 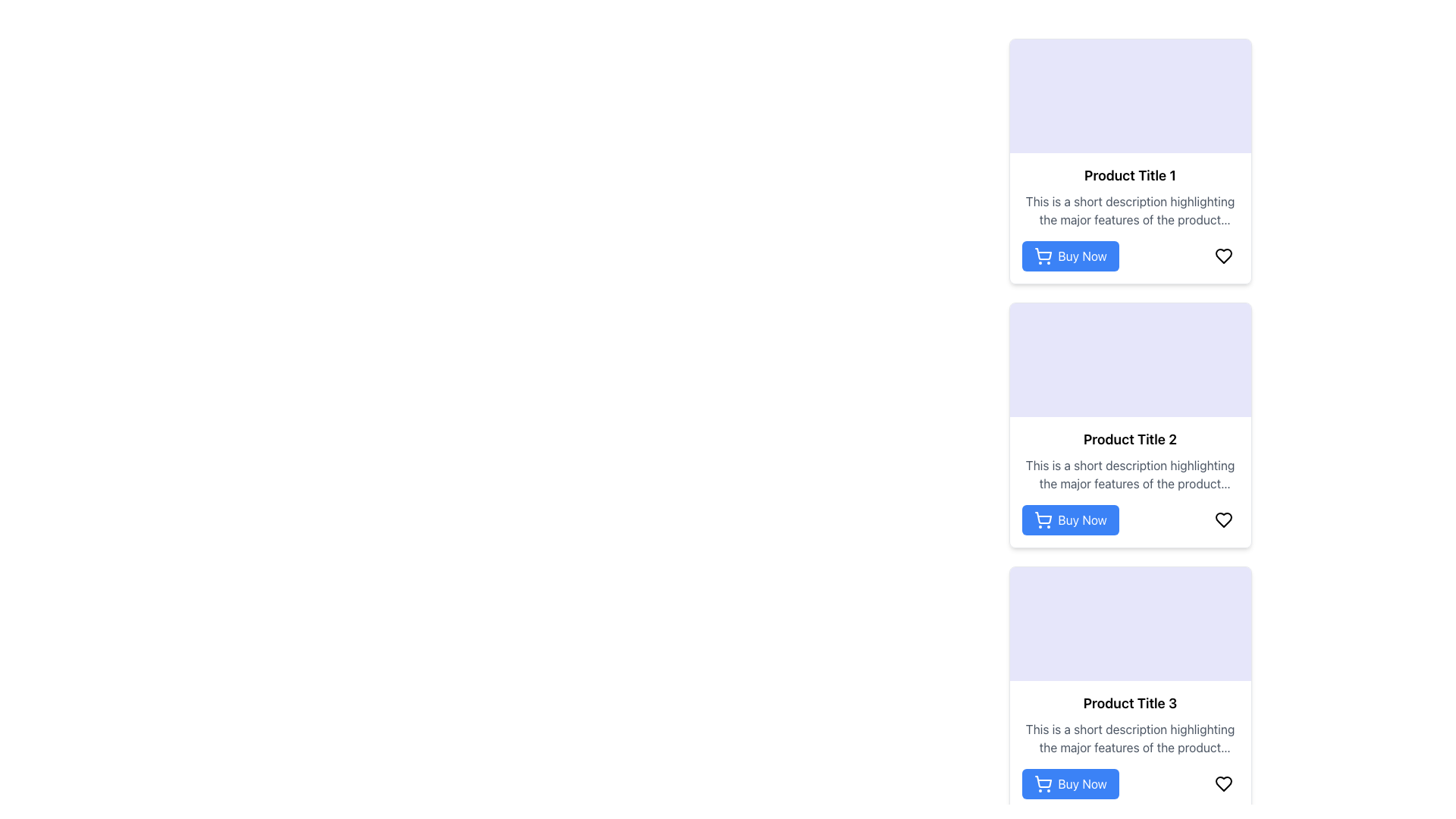 I want to click on the text label that describes the product features, located beneath 'Product Title 1' and above the 'Buy Now' button, so click(x=1130, y=210).